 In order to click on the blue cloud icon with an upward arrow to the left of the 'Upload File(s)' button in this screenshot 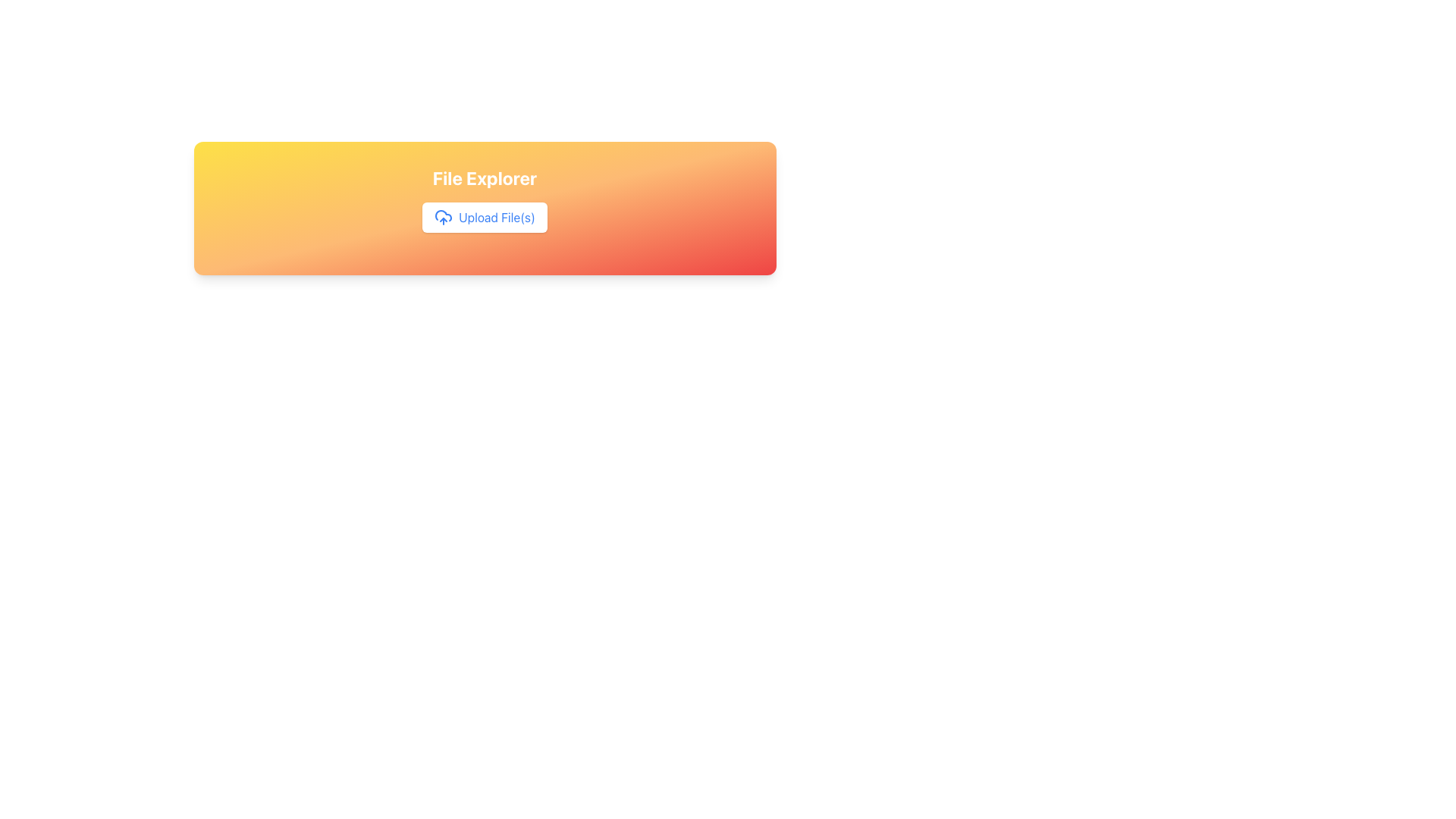, I will do `click(443, 217)`.